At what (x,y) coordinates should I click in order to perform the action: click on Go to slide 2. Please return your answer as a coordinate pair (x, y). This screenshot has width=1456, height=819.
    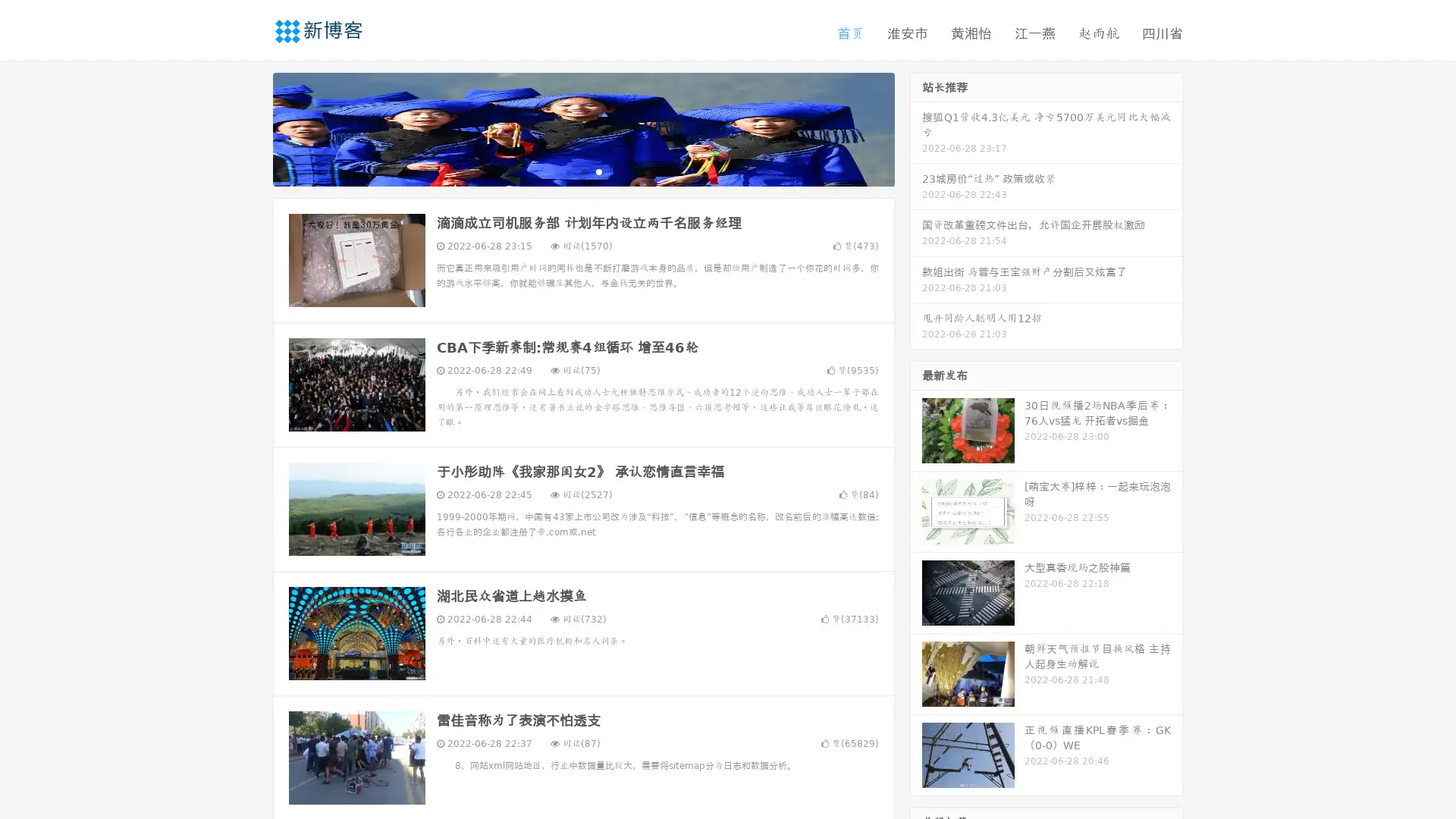
    Looking at the image, I should click on (582, 171).